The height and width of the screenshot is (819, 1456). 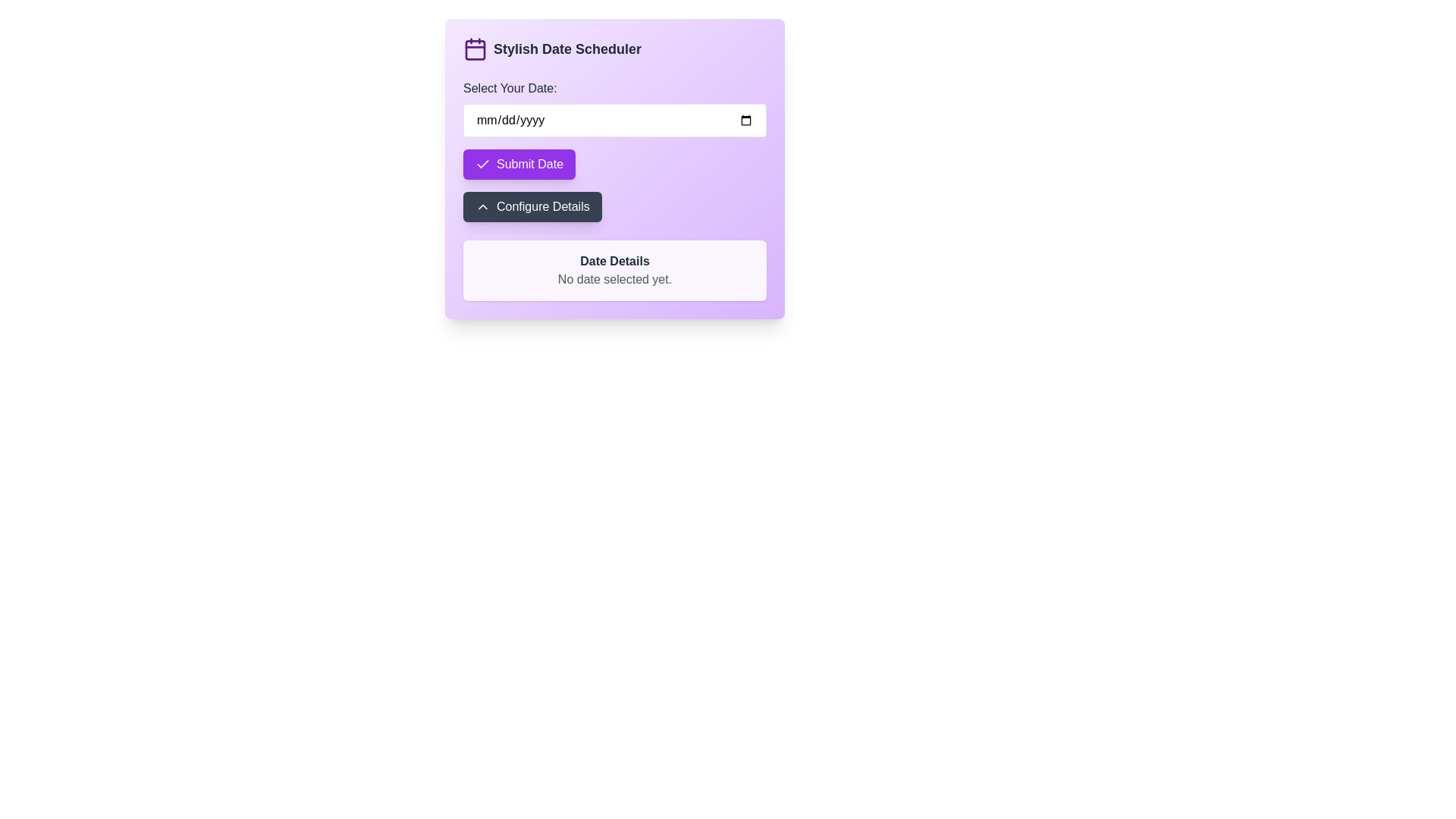 I want to click on the button located below the 'Submit Date' button that navigates to the configuration interface for managing scheduler details, so click(x=532, y=207).